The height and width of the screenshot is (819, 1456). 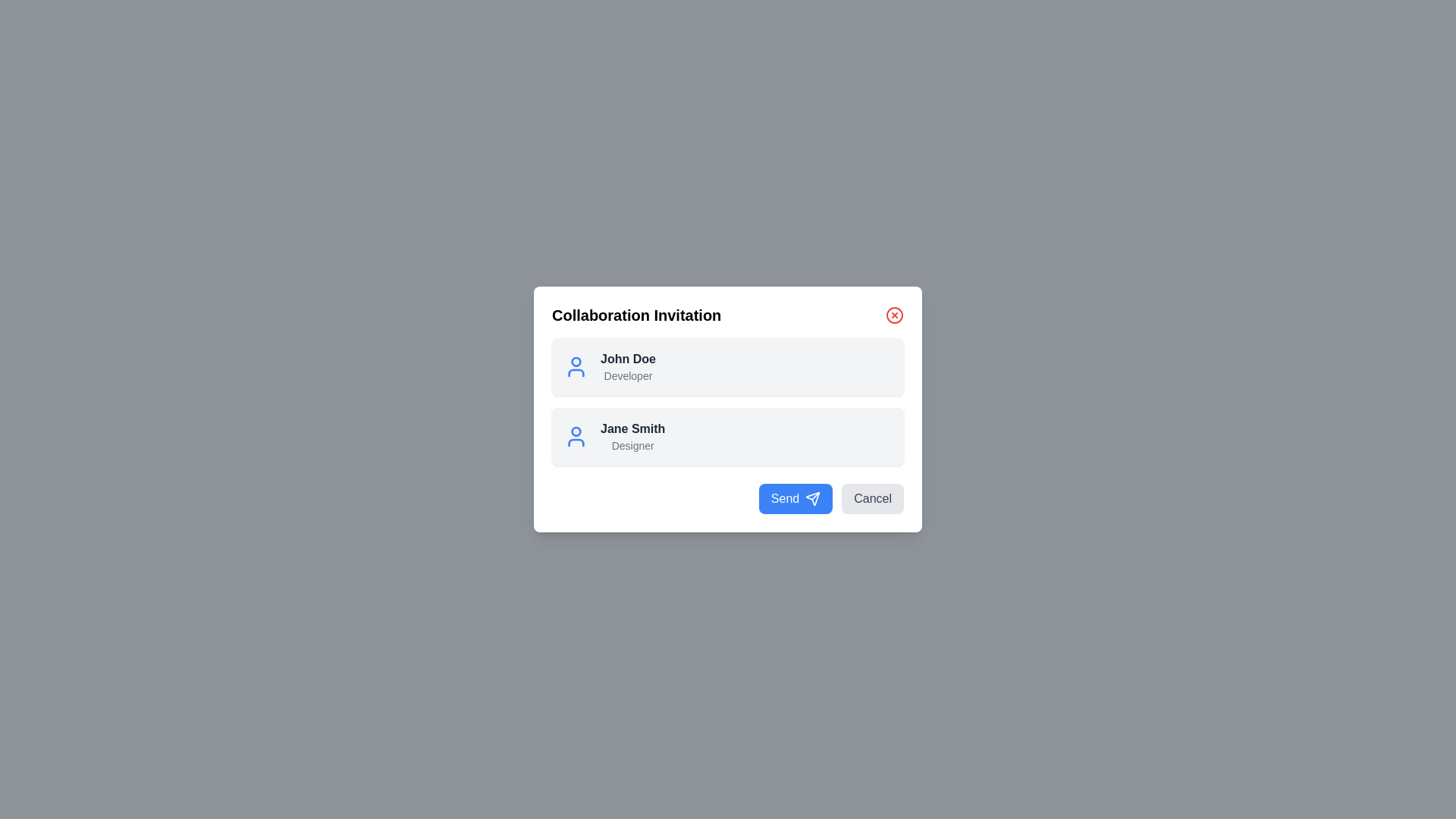 What do you see at coordinates (873, 499) in the screenshot?
I see `the 'Cancel' button to close the dialog` at bounding box center [873, 499].